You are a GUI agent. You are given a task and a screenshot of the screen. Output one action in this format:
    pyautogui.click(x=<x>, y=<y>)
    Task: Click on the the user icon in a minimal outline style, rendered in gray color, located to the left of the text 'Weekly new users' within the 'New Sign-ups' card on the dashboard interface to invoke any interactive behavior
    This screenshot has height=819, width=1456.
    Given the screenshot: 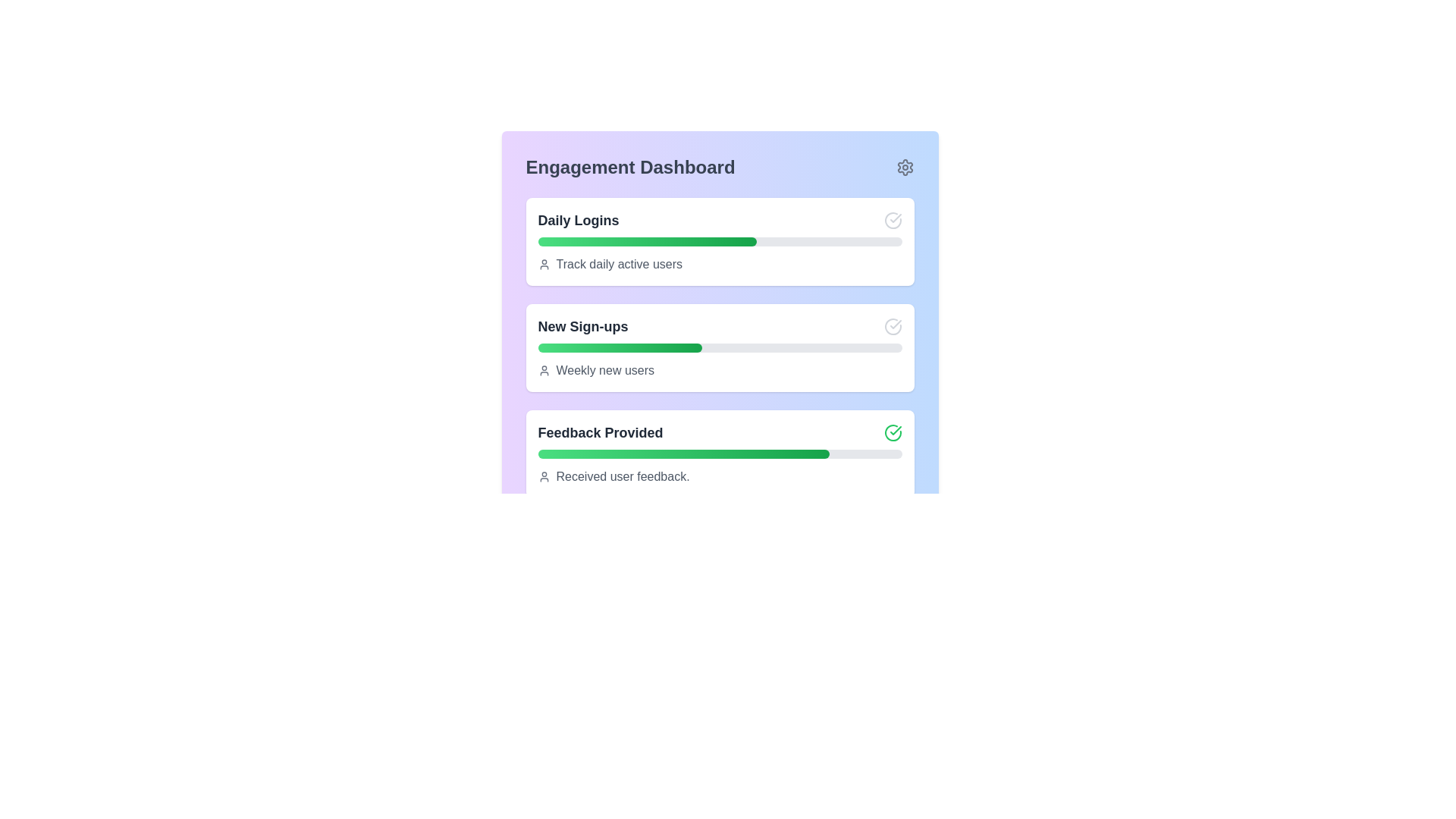 What is the action you would take?
    pyautogui.click(x=544, y=371)
    